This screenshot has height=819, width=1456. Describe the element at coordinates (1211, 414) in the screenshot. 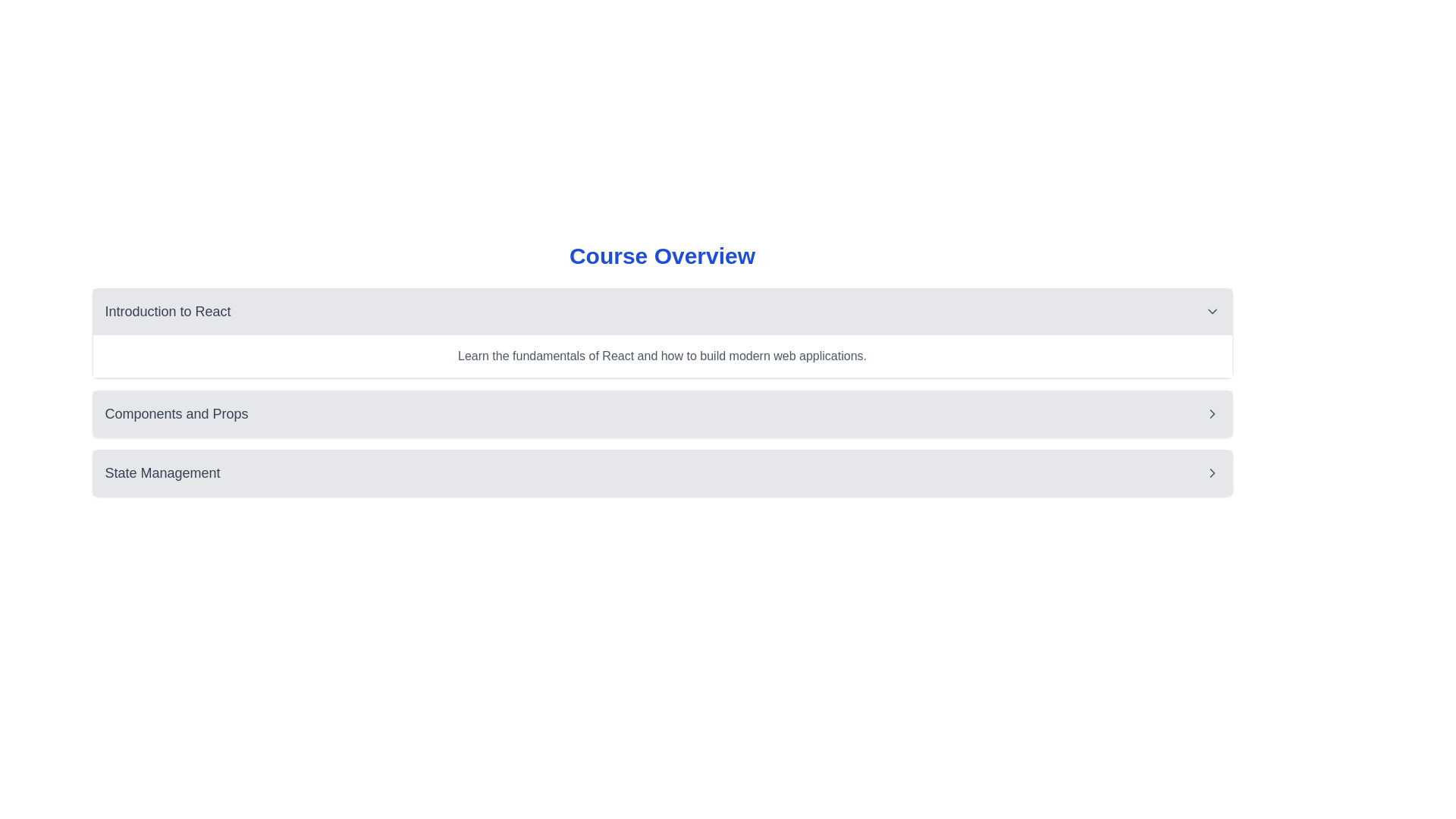

I see `the Arrow Indicator located in the 'Components and Props' collapsible item to enhance accessibility interactions` at that location.